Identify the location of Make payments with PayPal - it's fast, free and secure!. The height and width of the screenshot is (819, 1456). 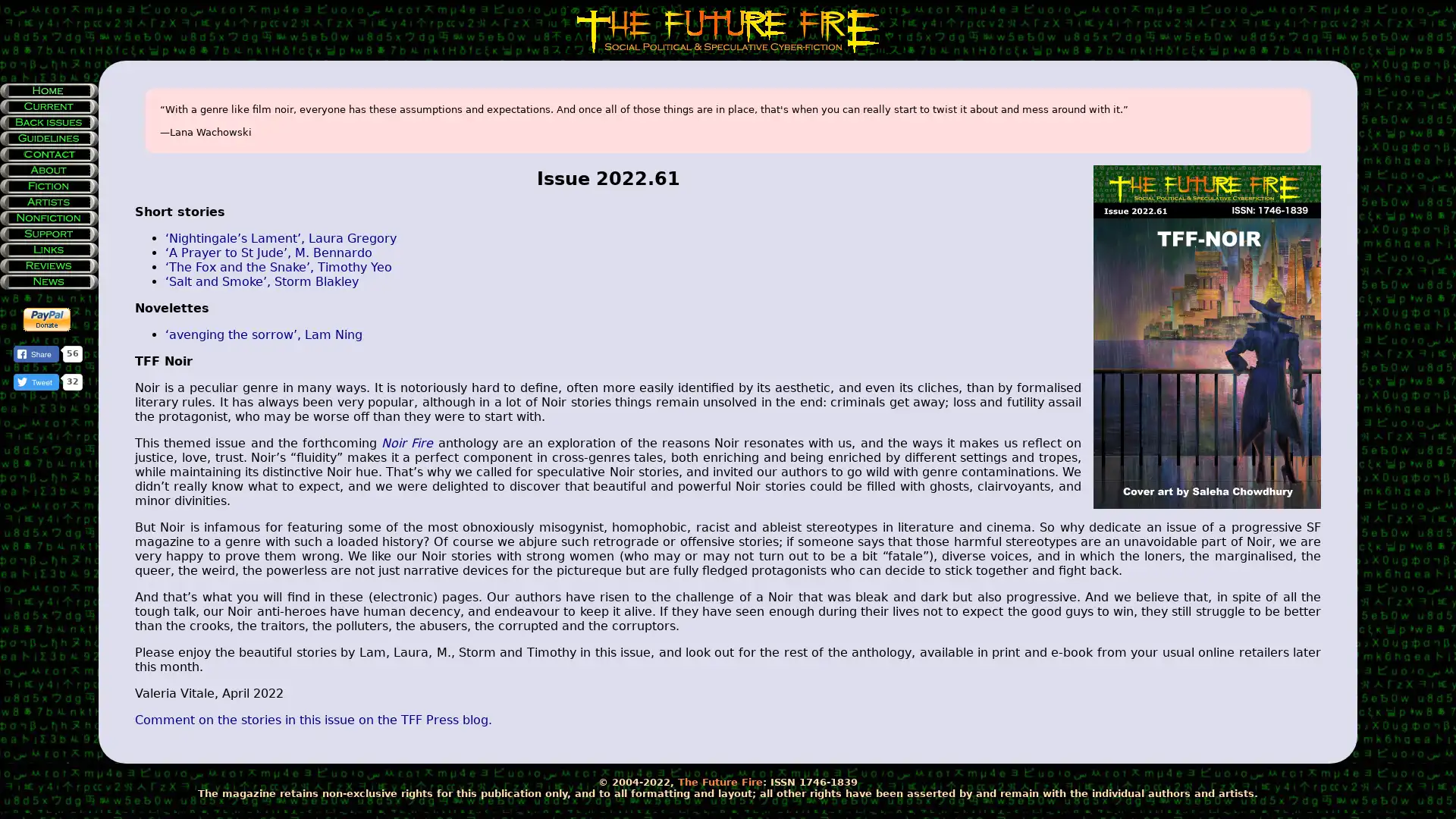
(47, 318).